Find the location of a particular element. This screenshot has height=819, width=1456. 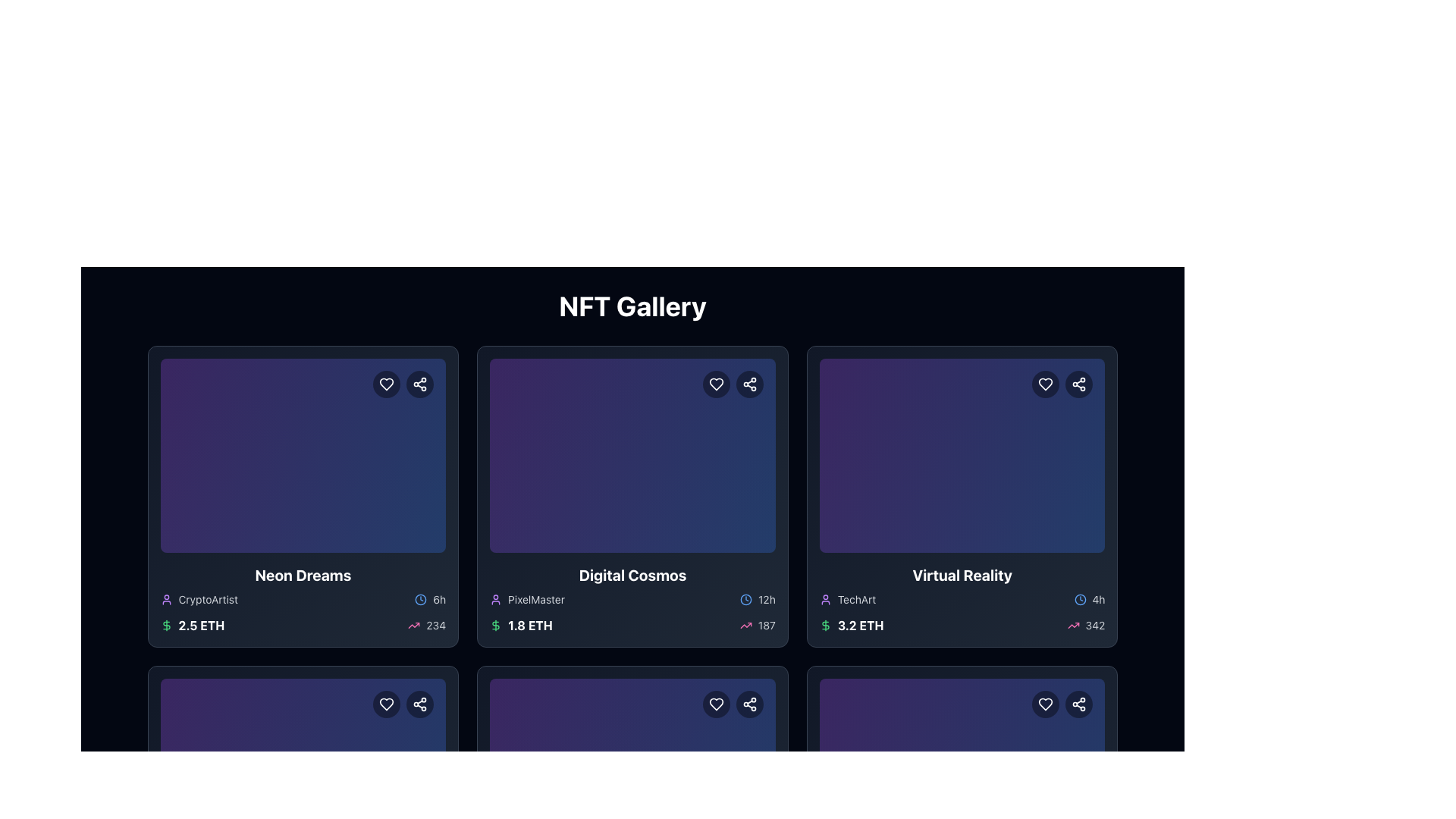

the heart-shaped icon in the top-right corner of the first NFT card to like the NFT is located at coordinates (387, 383).